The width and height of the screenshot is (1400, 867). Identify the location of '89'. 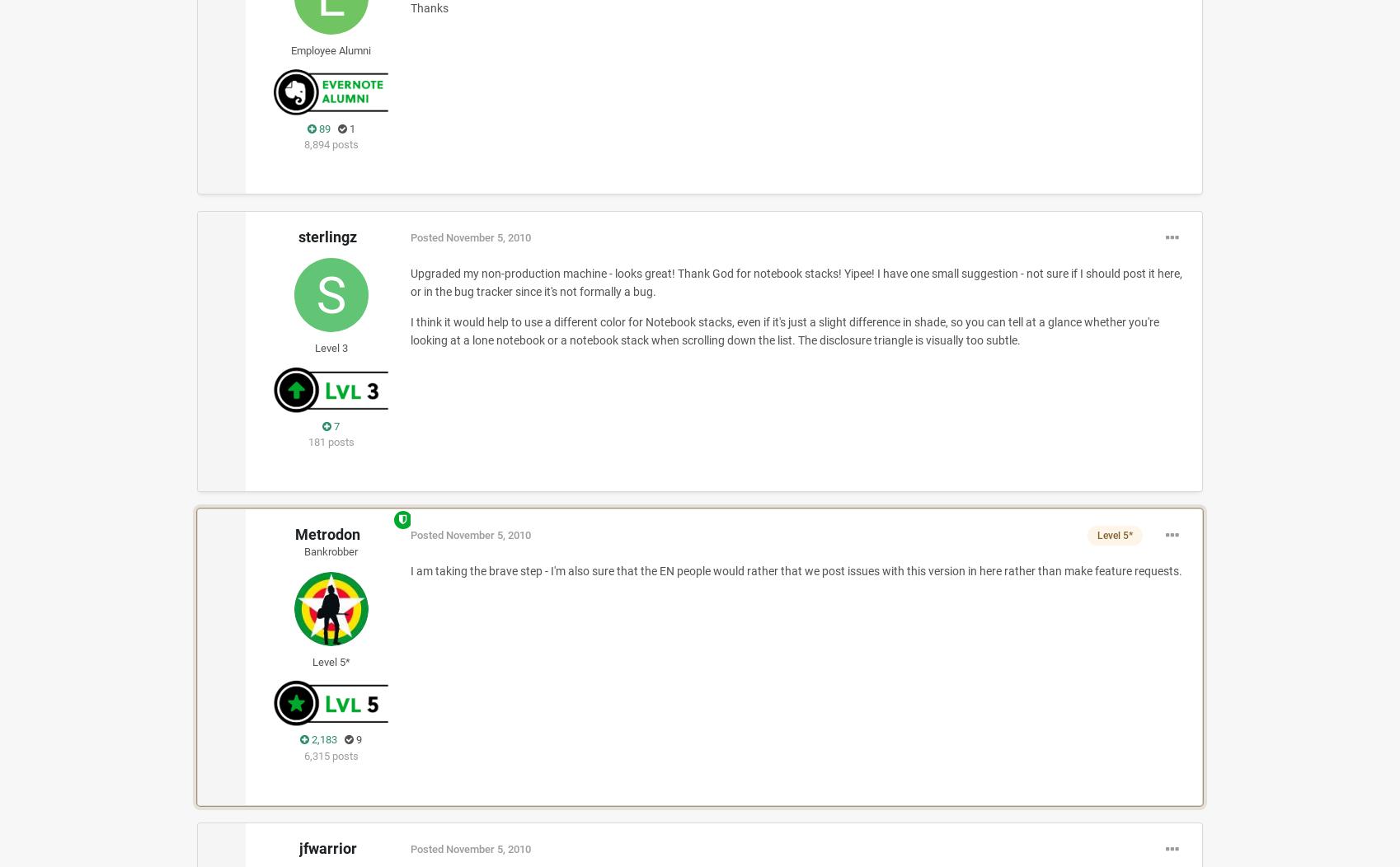
(322, 127).